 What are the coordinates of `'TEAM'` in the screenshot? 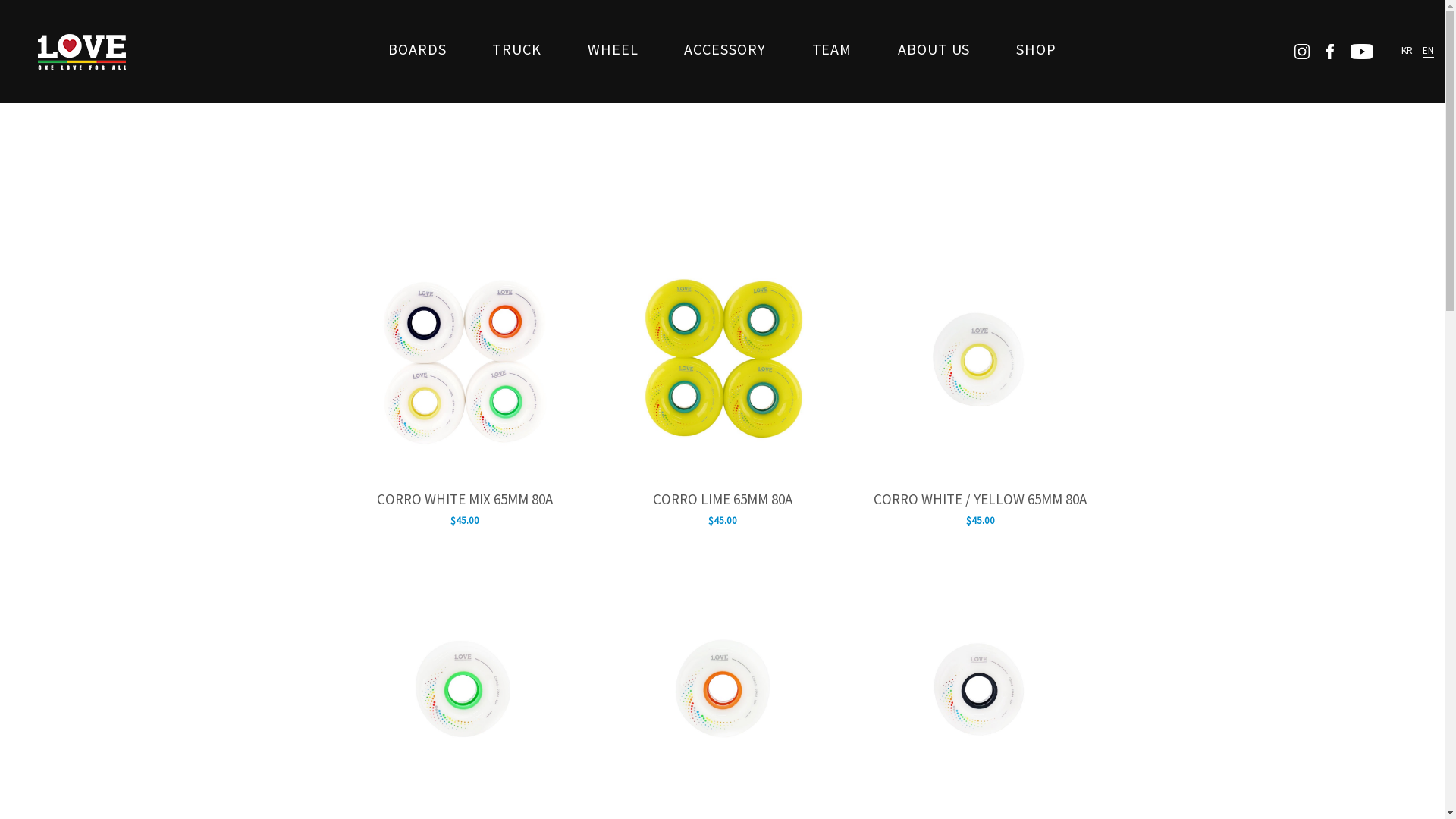 It's located at (831, 49).